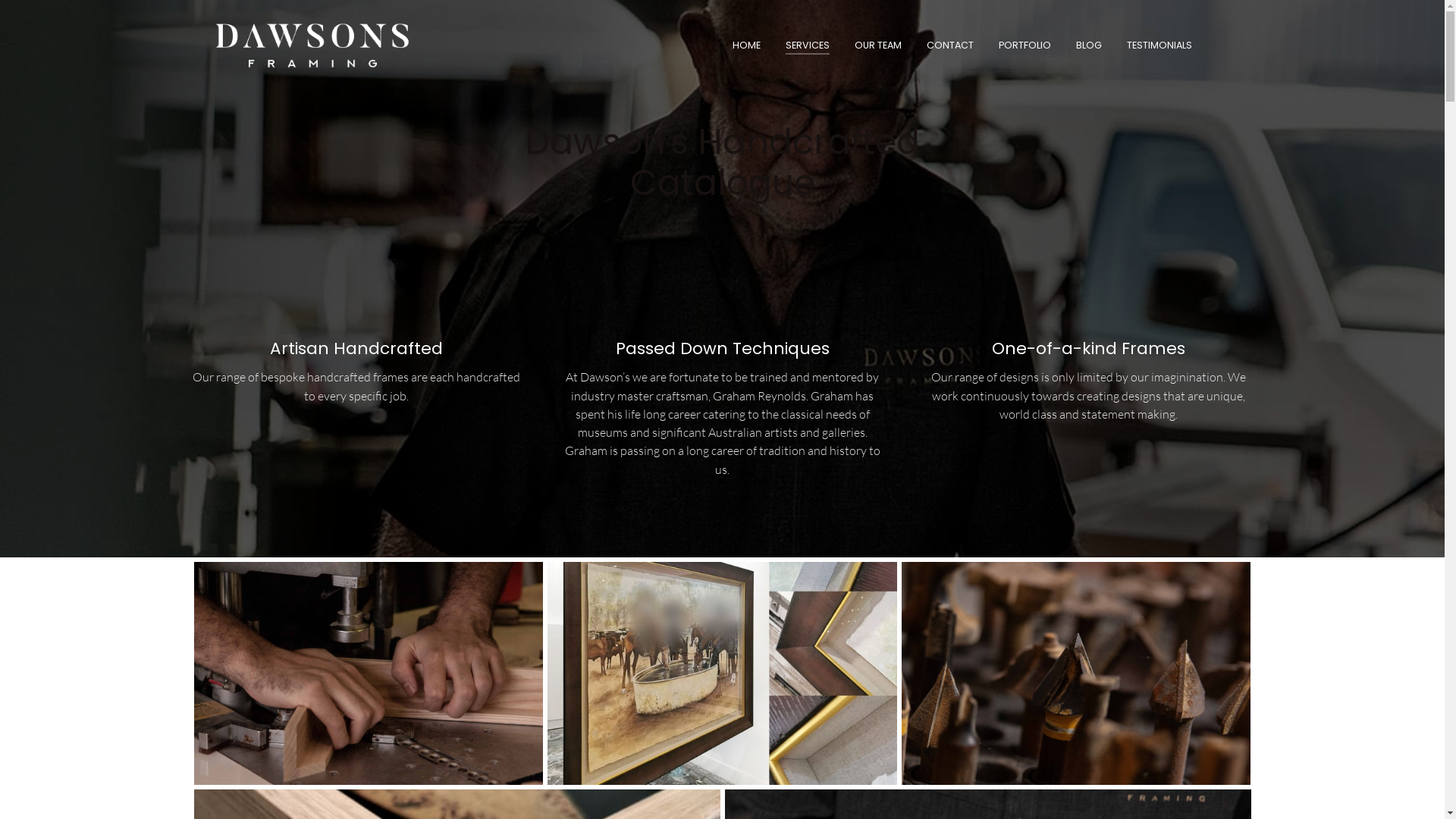 The height and width of the screenshot is (819, 1456). What do you see at coordinates (872, 45) in the screenshot?
I see `'OUR TEAM'` at bounding box center [872, 45].